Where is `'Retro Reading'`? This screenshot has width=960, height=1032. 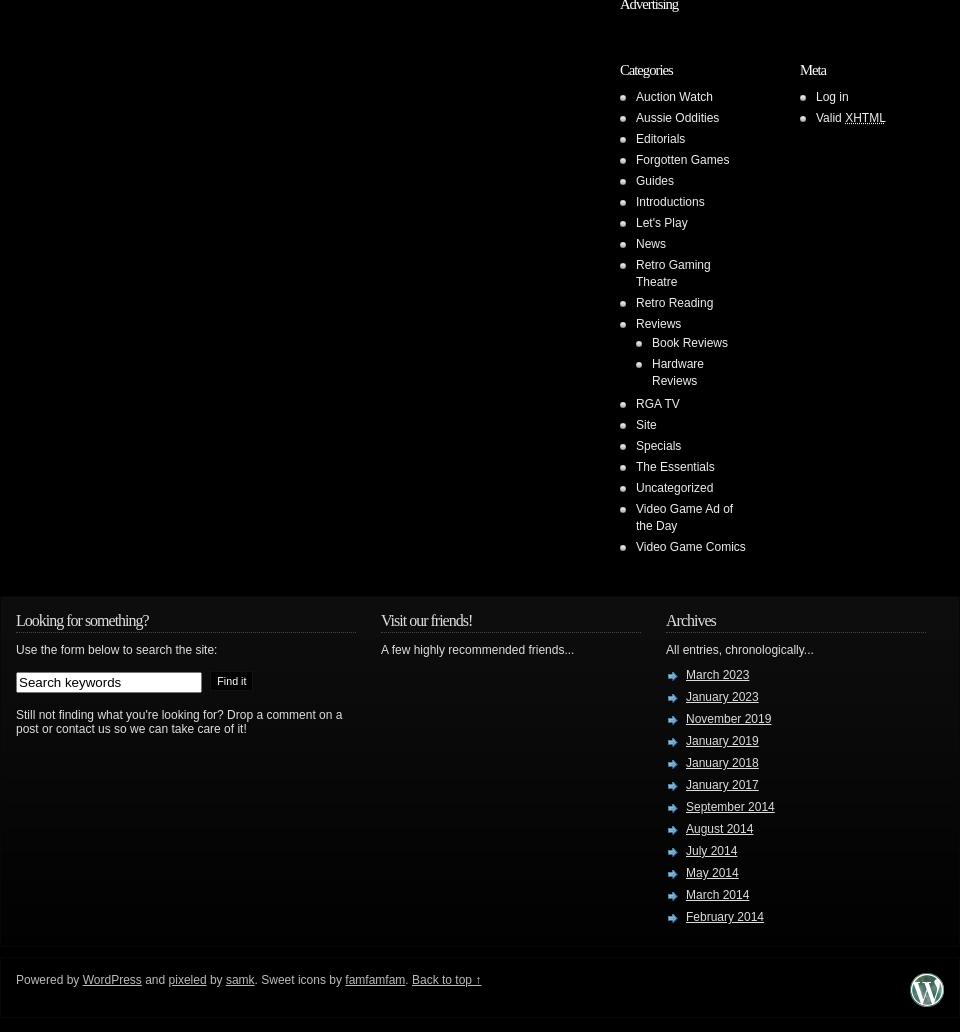
'Retro Reading' is located at coordinates (674, 302).